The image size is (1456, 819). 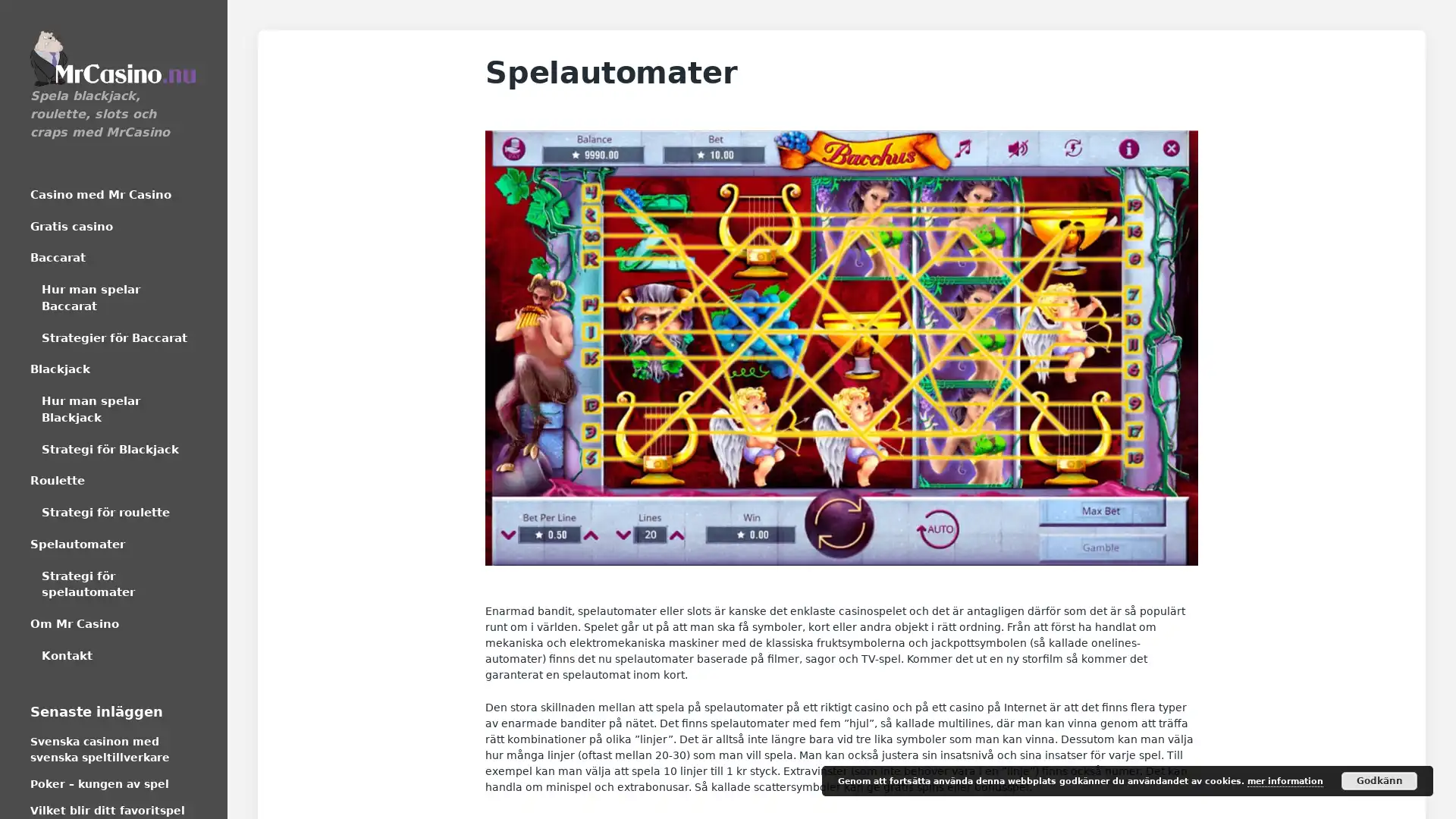 I want to click on Godkann, so click(x=1379, y=780).